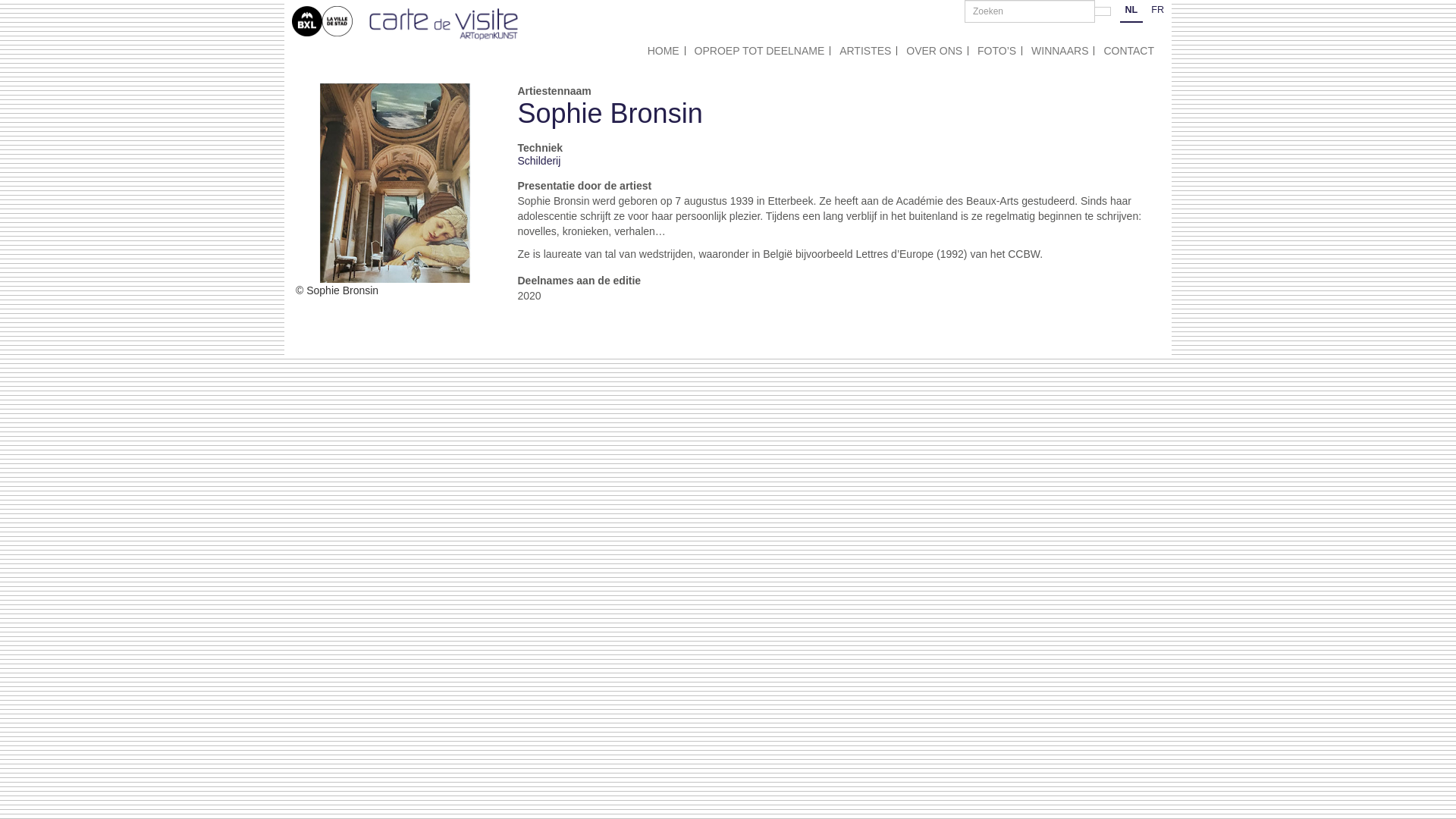 The width and height of the screenshot is (1456, 819). I want to click on 'OVER ONS', so click(934, 49).